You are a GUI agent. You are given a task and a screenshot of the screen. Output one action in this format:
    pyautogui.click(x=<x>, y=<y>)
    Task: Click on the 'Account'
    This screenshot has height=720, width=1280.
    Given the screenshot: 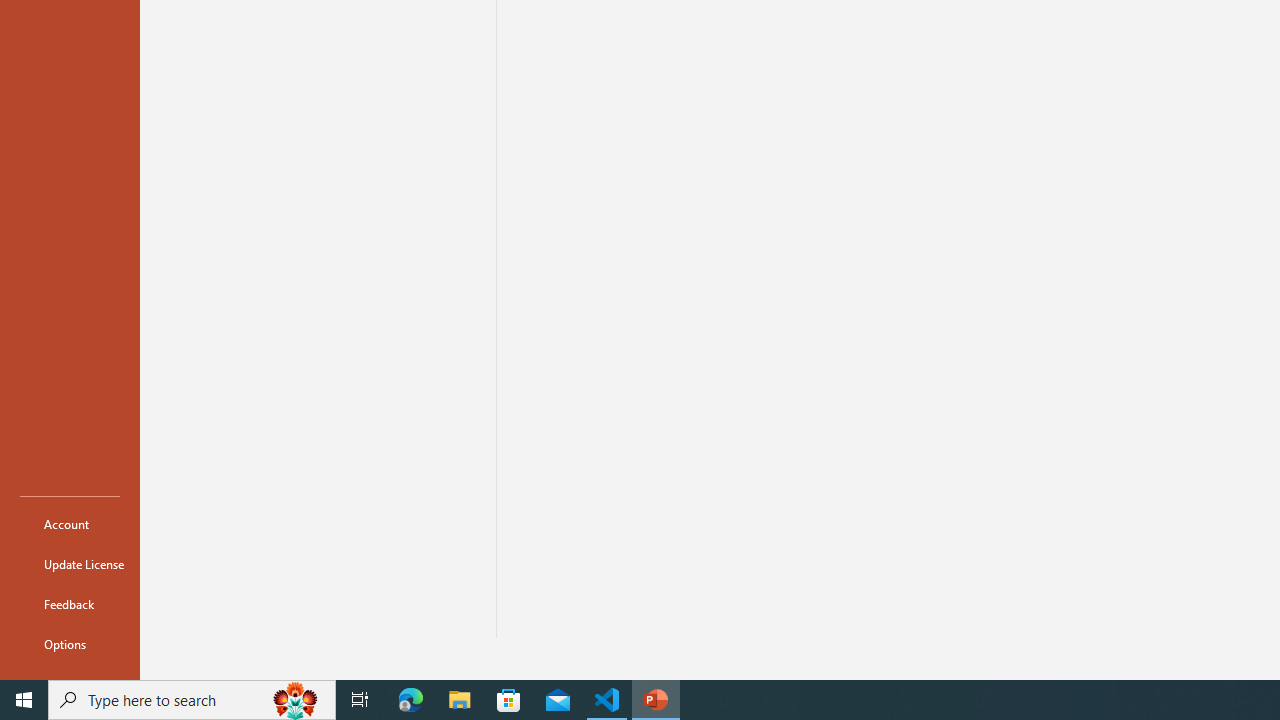 What is the action you would take?
    pyautogui.click(x=69, y=523)
    